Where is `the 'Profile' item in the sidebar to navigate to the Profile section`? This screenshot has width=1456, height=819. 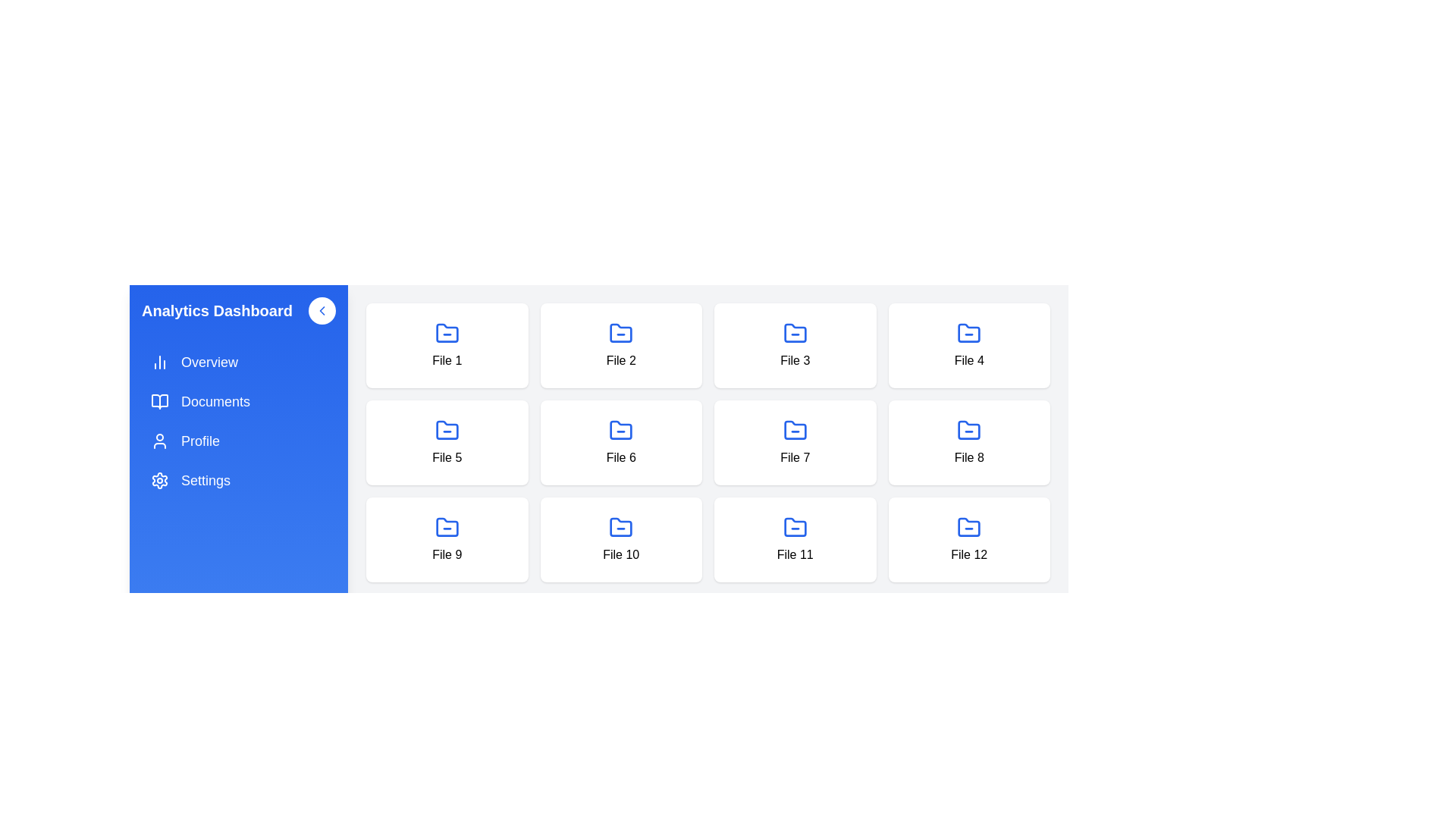 the 'Profile' item in the sidebar to navigate to the Profile section is located at coordinates (238, 441).